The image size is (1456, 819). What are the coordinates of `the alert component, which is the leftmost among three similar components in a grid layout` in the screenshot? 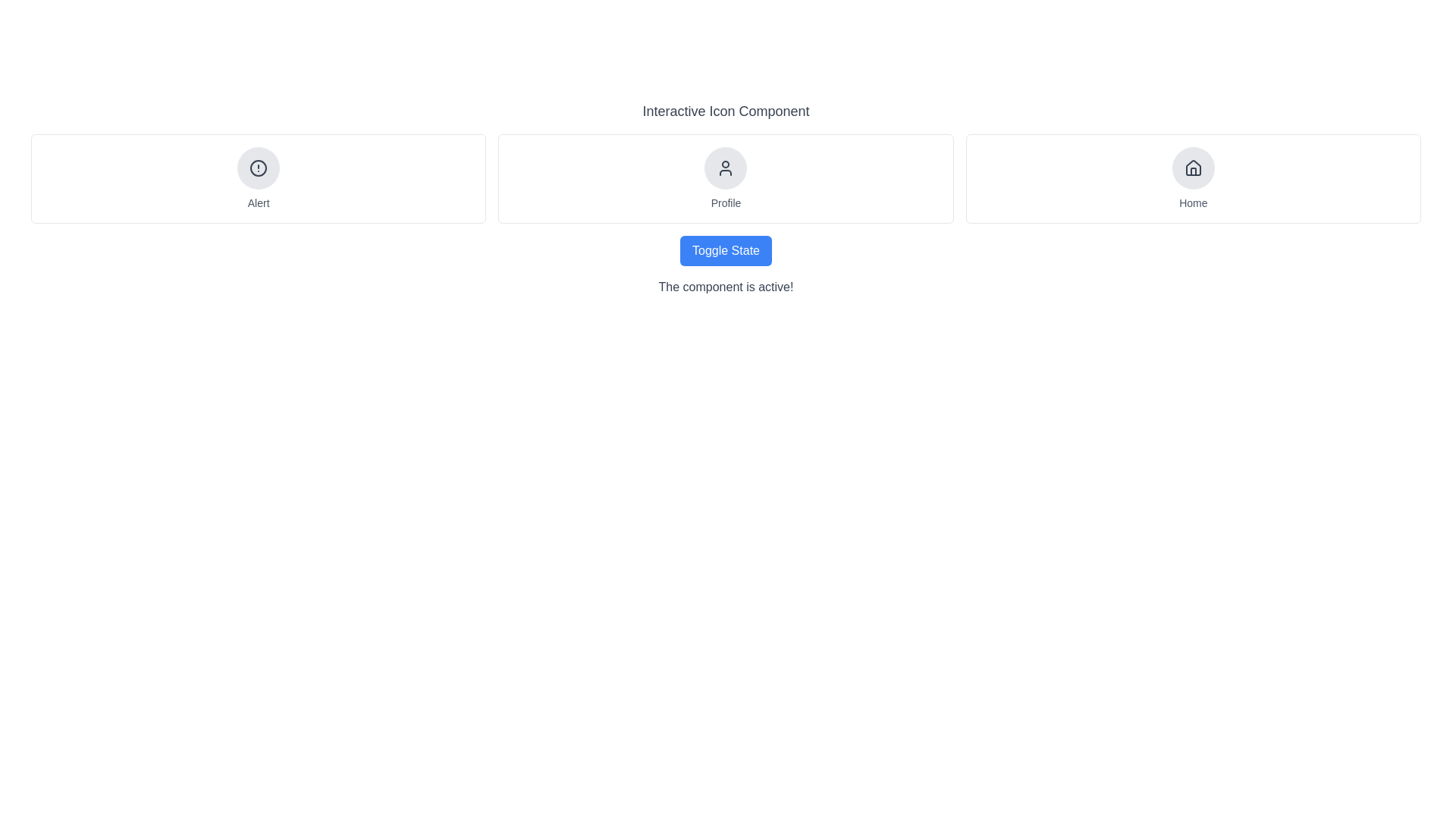 It's located at (259, 177).